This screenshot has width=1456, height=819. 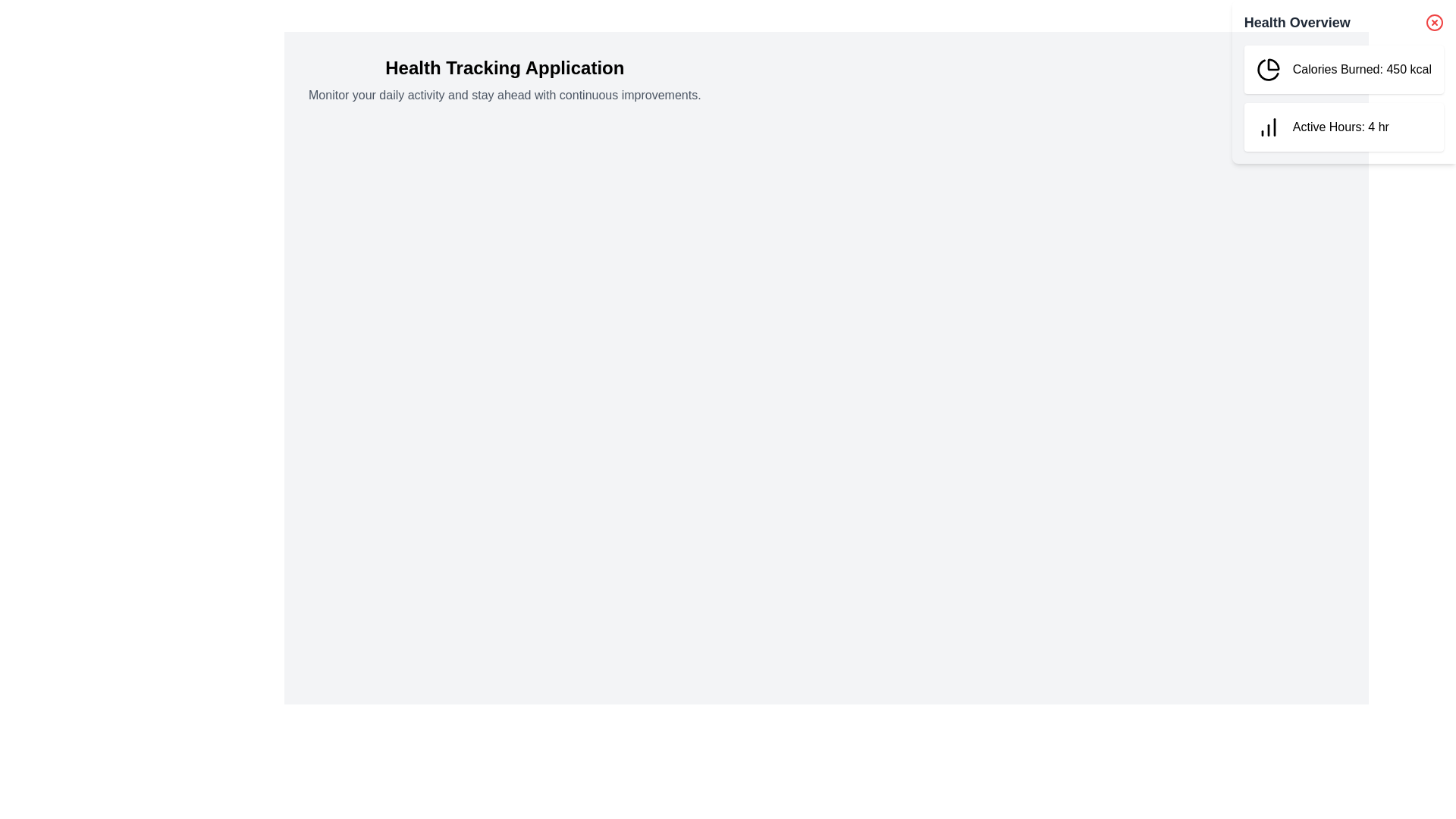 What do you see at coordinates (1433, 23) in the screenshot?
I see `the circular decorative element of the icon located in the top-right corner of the 'Health Overview' panel` at bounding box center [1433, 23].